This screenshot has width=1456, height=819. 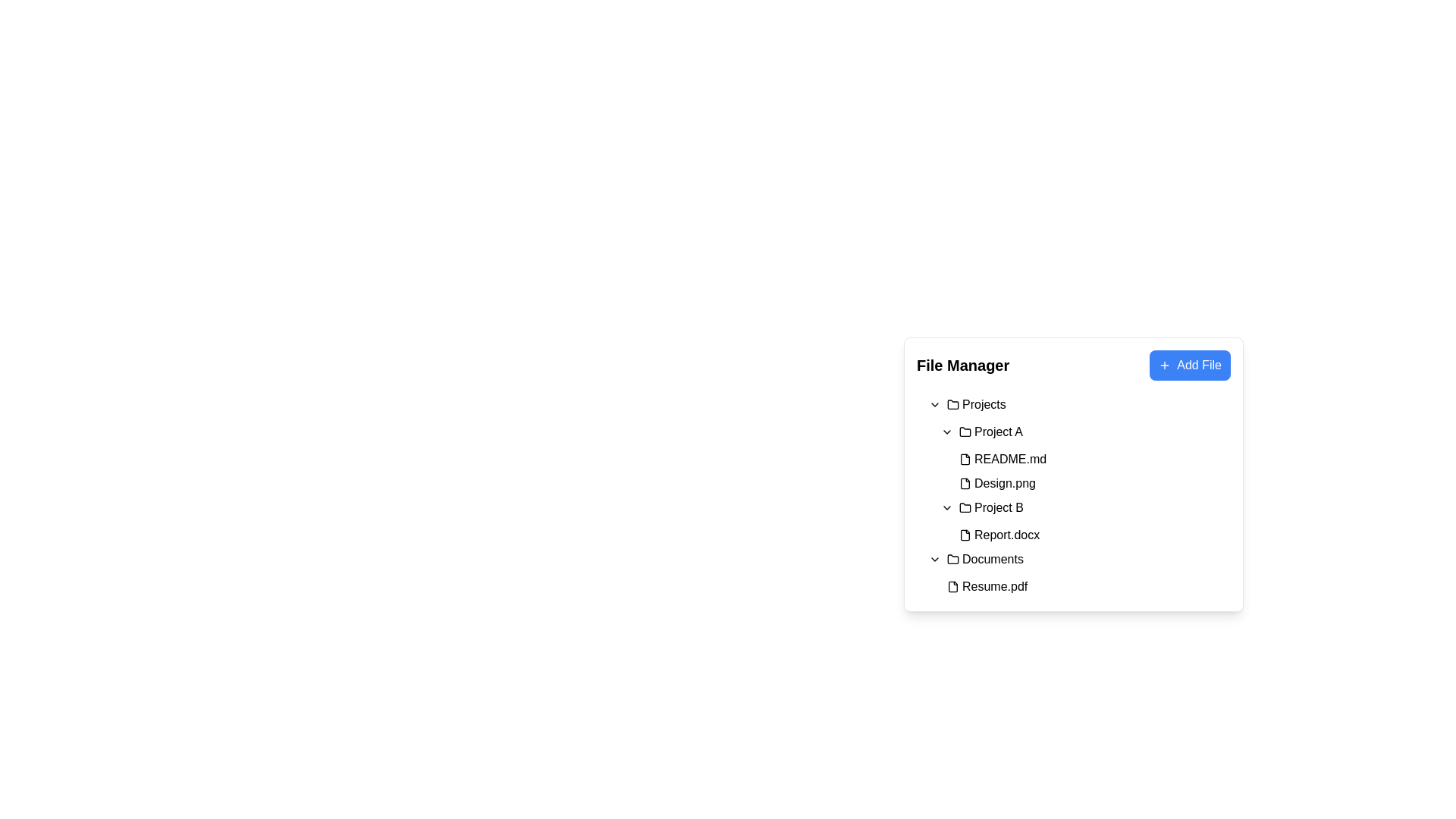 I want to click on the folder icon representing 'Project A' in the 'File Manager' interface, so click(x=964, y=431).